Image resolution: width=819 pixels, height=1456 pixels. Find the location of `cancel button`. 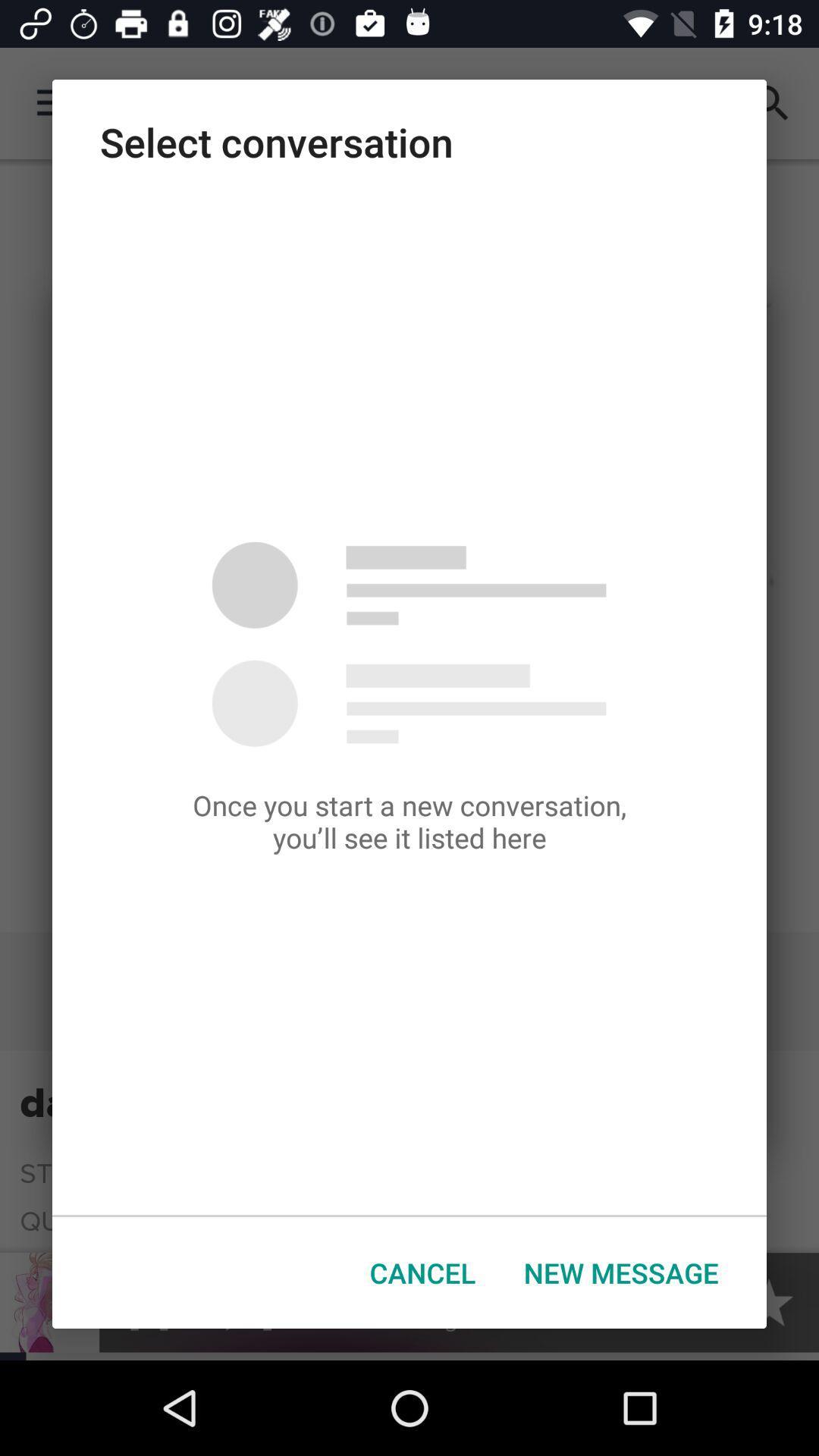

cancel button is located at coordinates (422, 1272).